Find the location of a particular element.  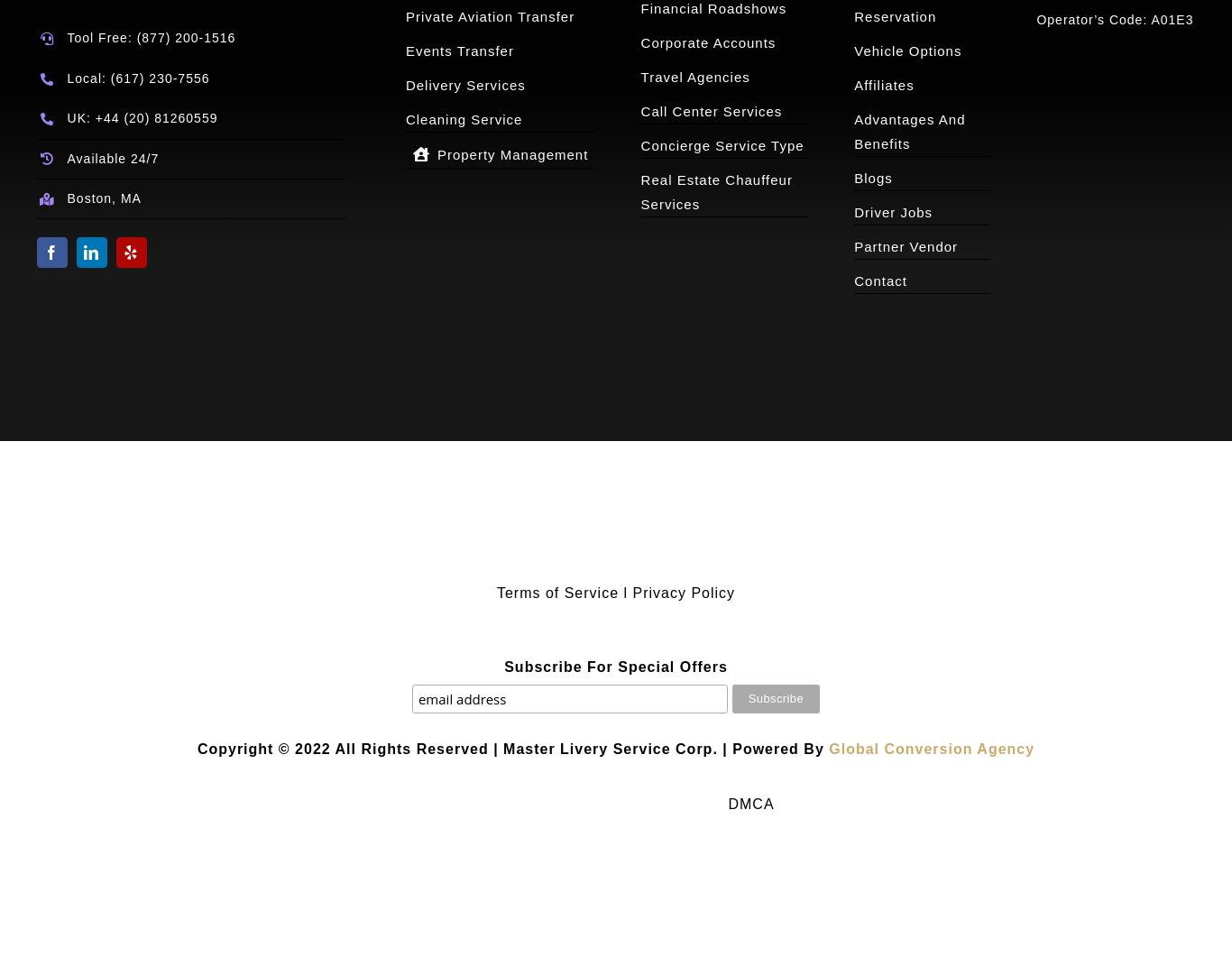

'Corporate Accounts' is located at coordinates (708, 42).